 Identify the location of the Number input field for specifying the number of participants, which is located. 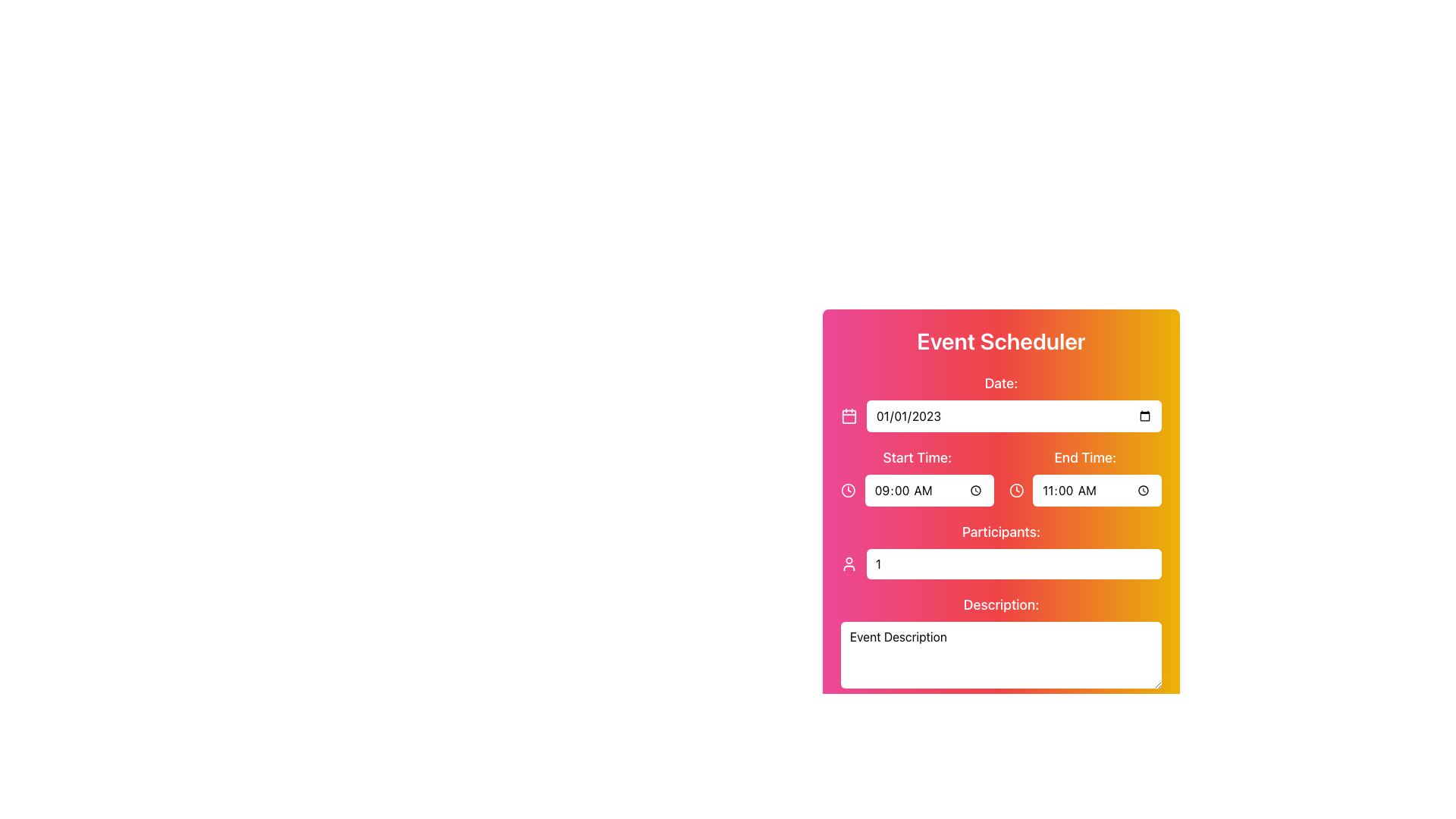
(1001, 550).